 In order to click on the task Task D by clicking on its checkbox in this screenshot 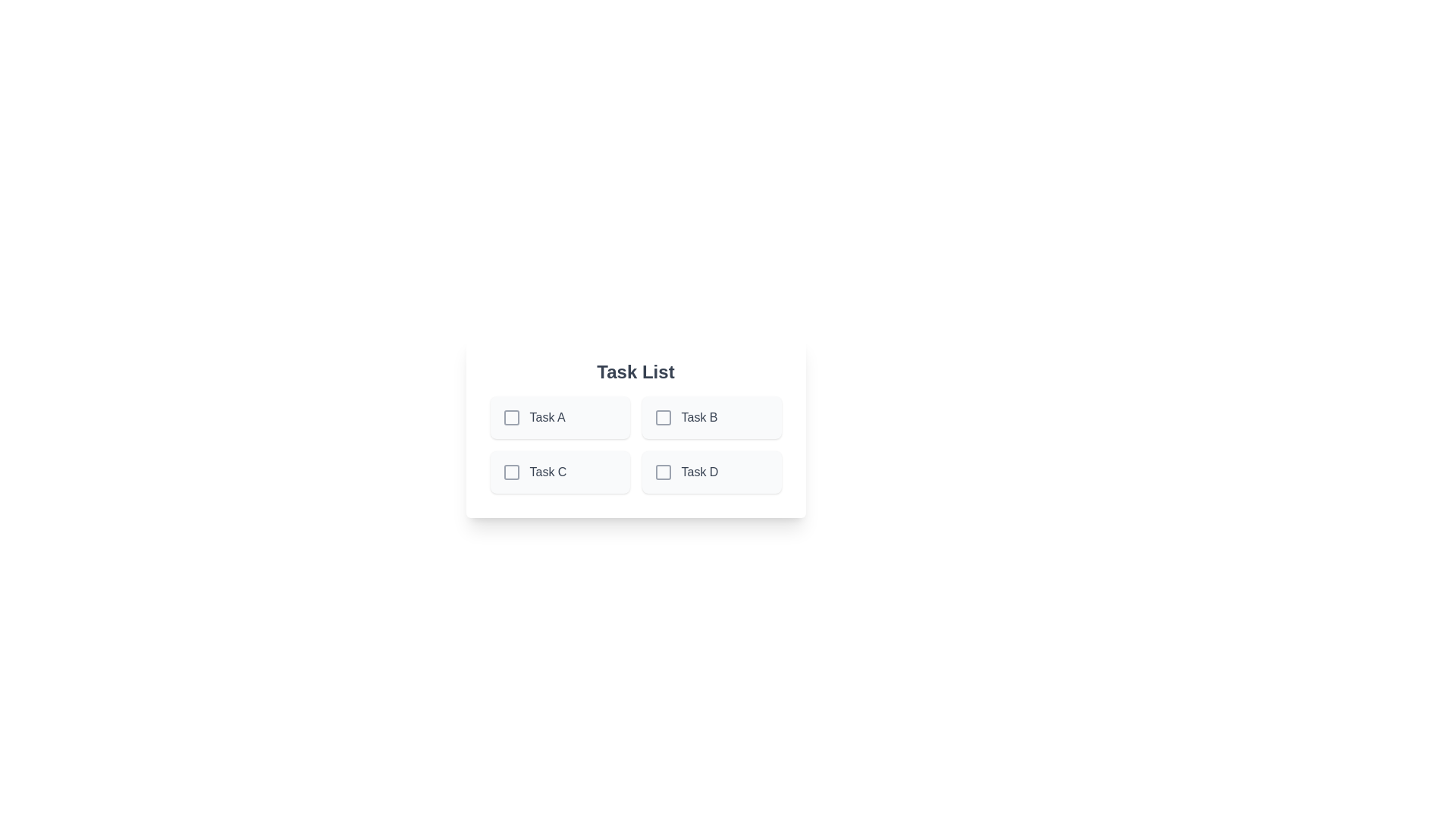, I will do `click(663, 472)`.